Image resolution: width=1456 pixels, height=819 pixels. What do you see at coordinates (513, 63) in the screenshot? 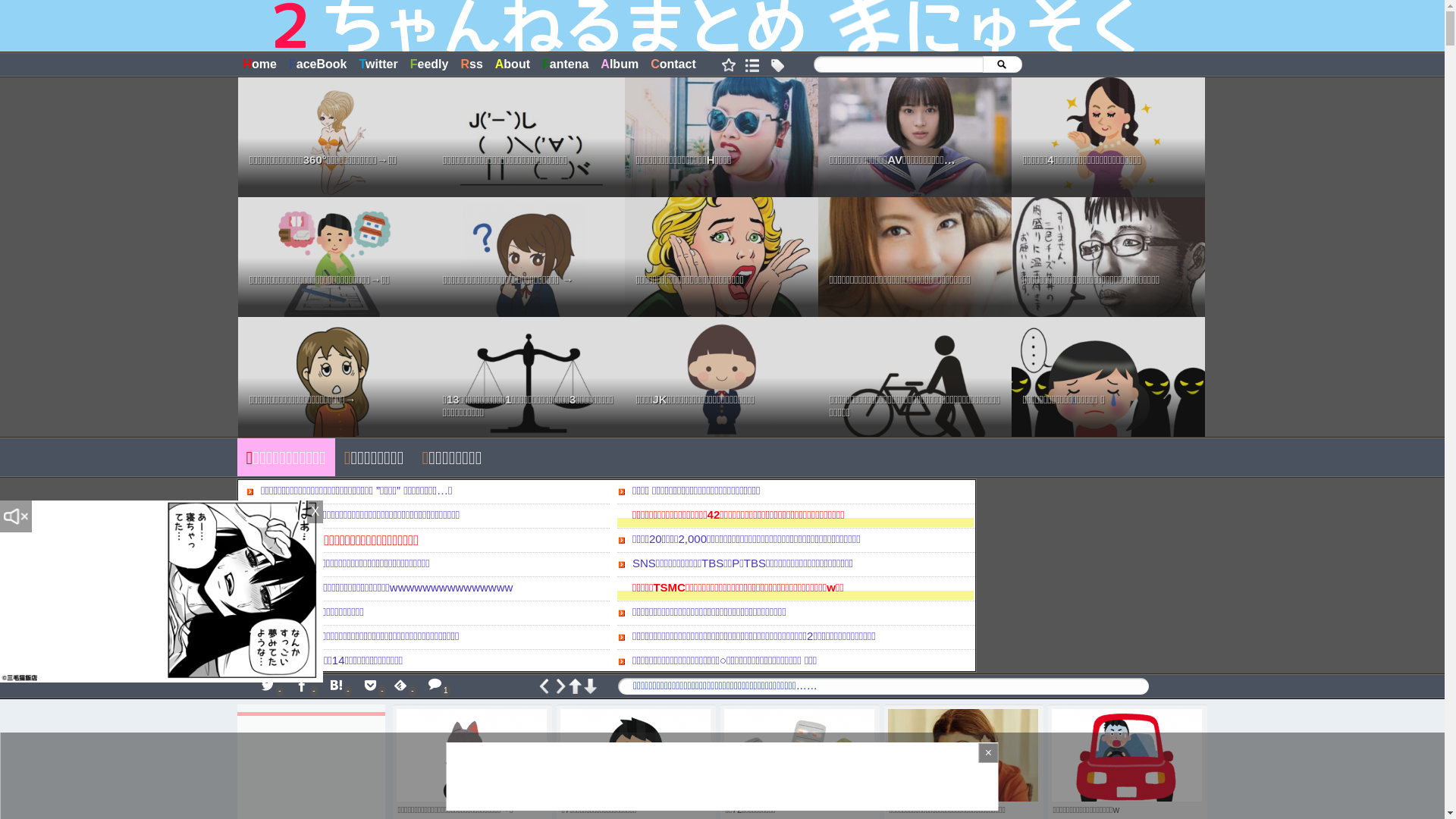
I see `'About'` at bounding box center [513, 63].